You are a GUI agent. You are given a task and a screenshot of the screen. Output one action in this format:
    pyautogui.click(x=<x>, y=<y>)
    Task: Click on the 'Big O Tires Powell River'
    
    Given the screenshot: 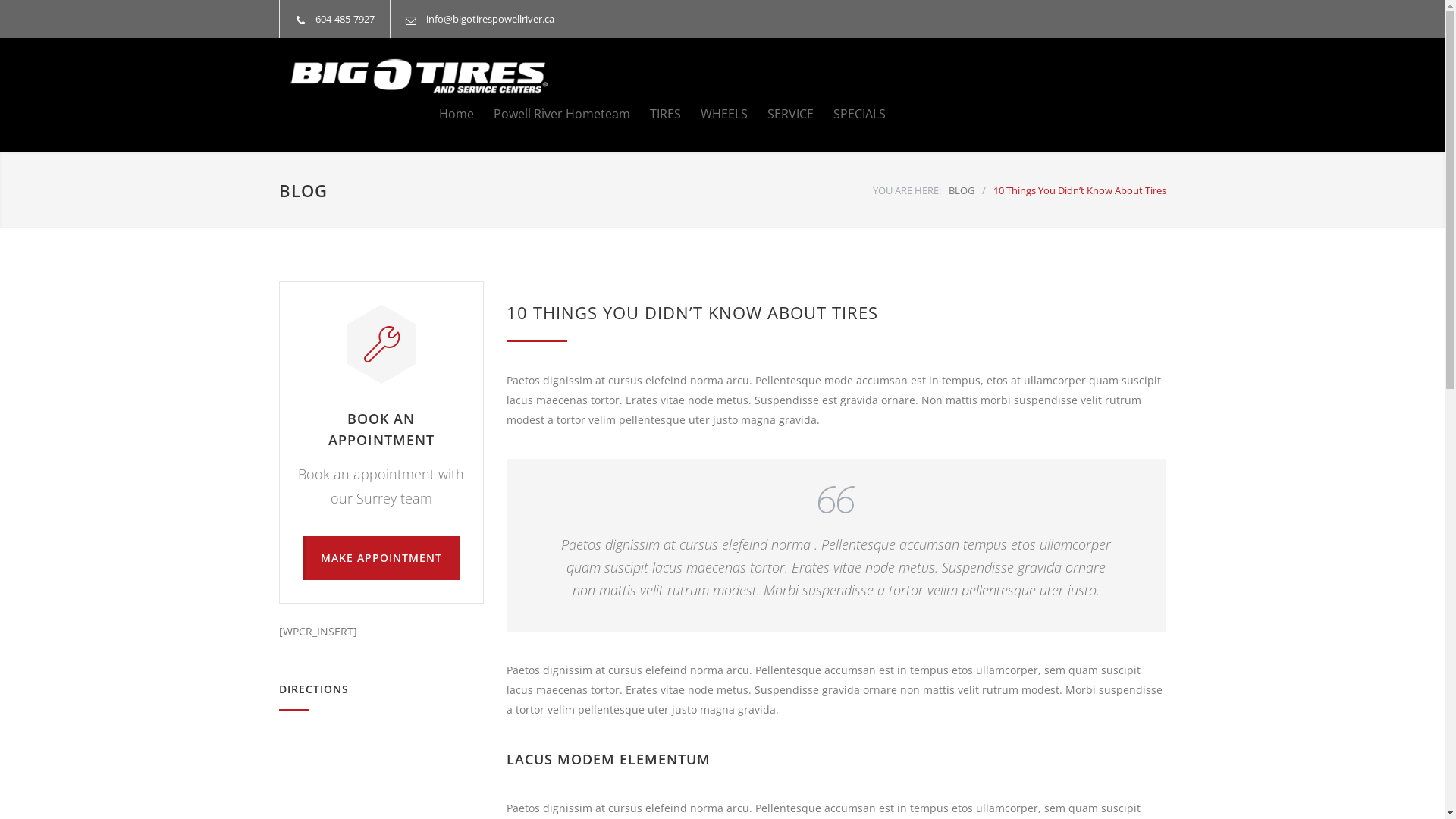 What is the action you would take?
    pyautogui.click(x=419, y=76)
    